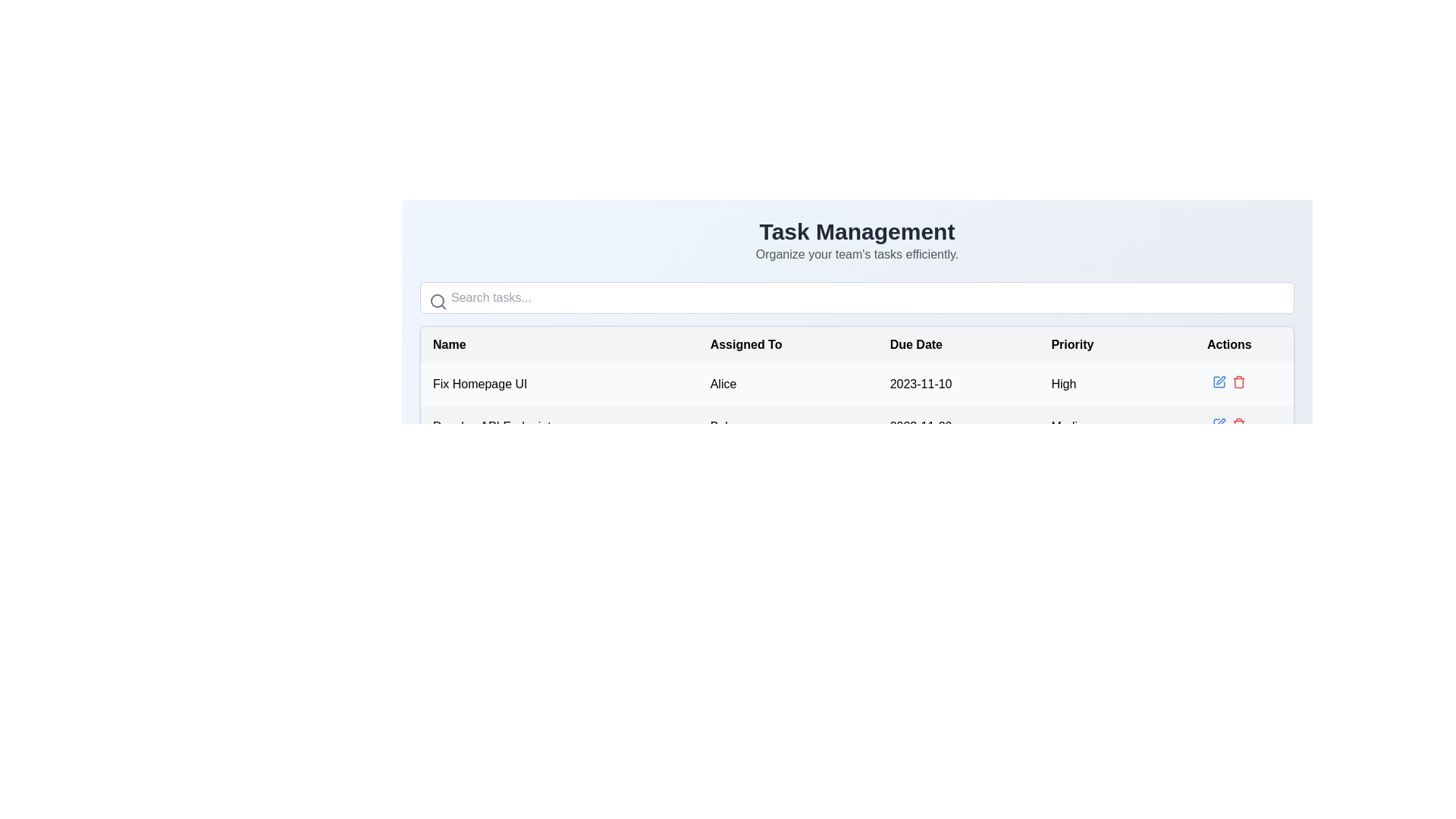 Image resolution: width=1456 pixels, height=819 pixels. I want to click on the header text element that serves as a label for the actions column, located at the rightmost position of the header row in the table layout, so click(1229, 345).